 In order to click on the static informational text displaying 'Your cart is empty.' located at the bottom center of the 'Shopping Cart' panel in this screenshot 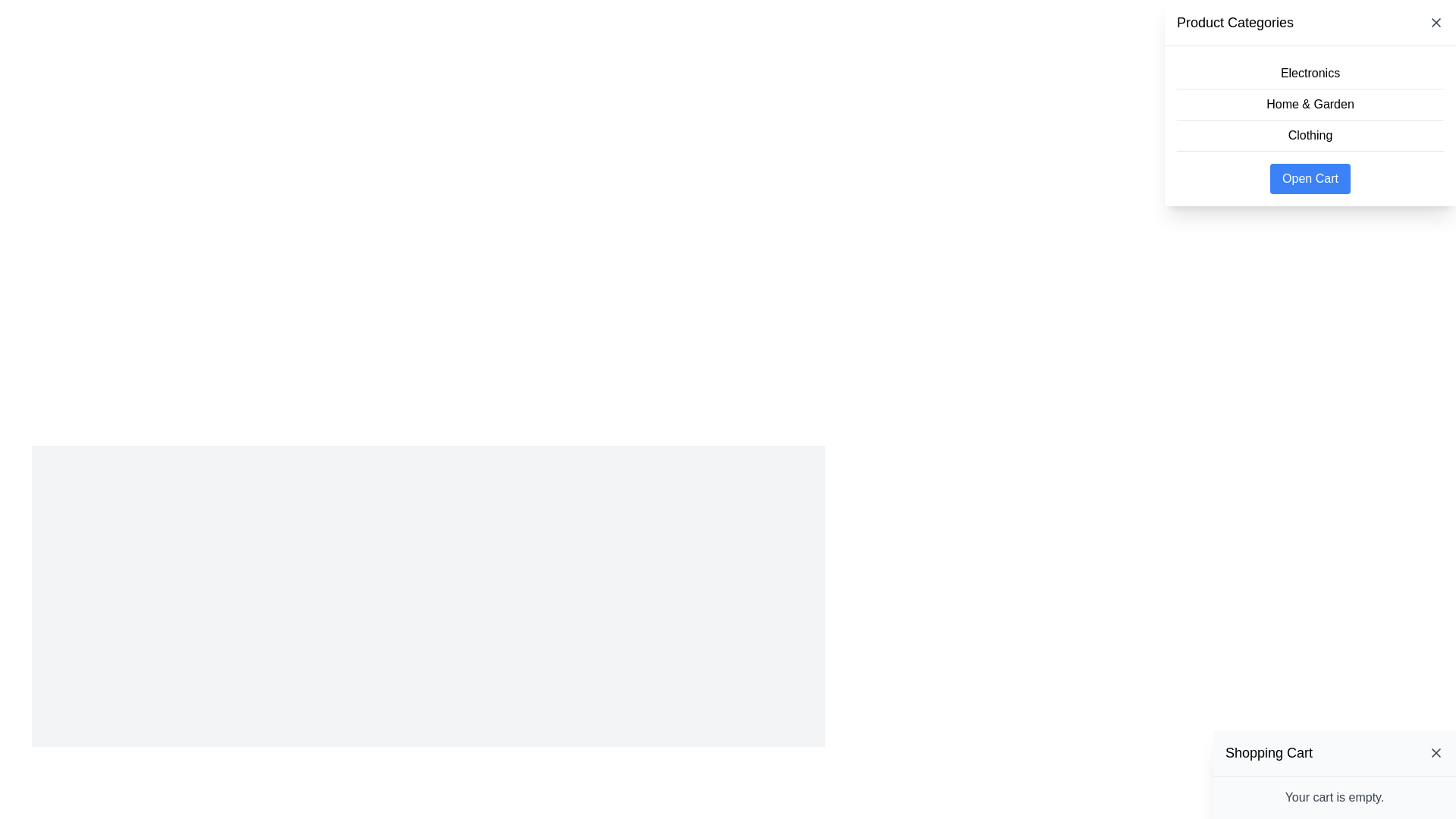, I will do `click(1335, 797)`.